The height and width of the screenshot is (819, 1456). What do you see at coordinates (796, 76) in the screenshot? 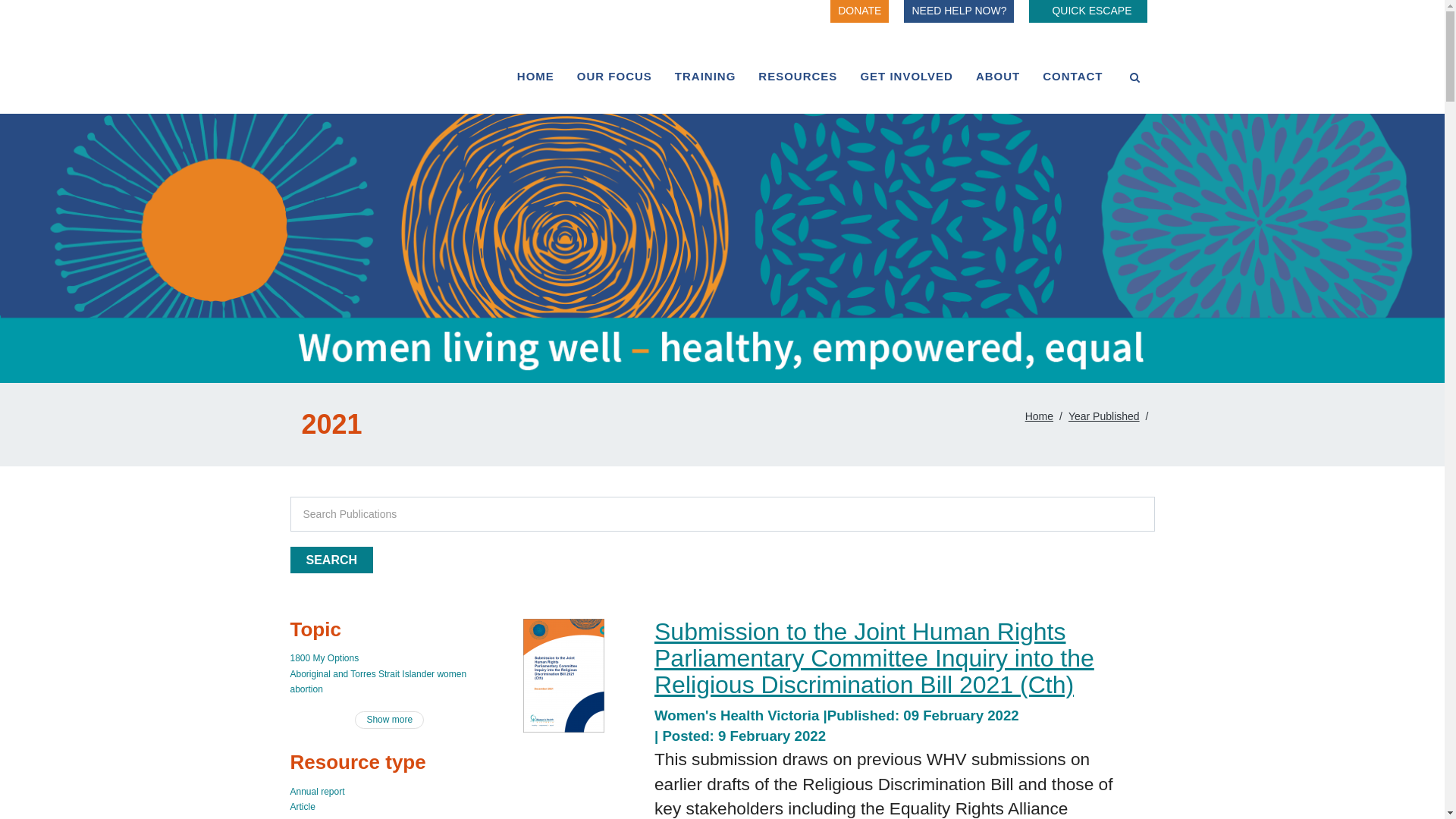
I see `'RESOURCES'` at bounding box center [796, 76].